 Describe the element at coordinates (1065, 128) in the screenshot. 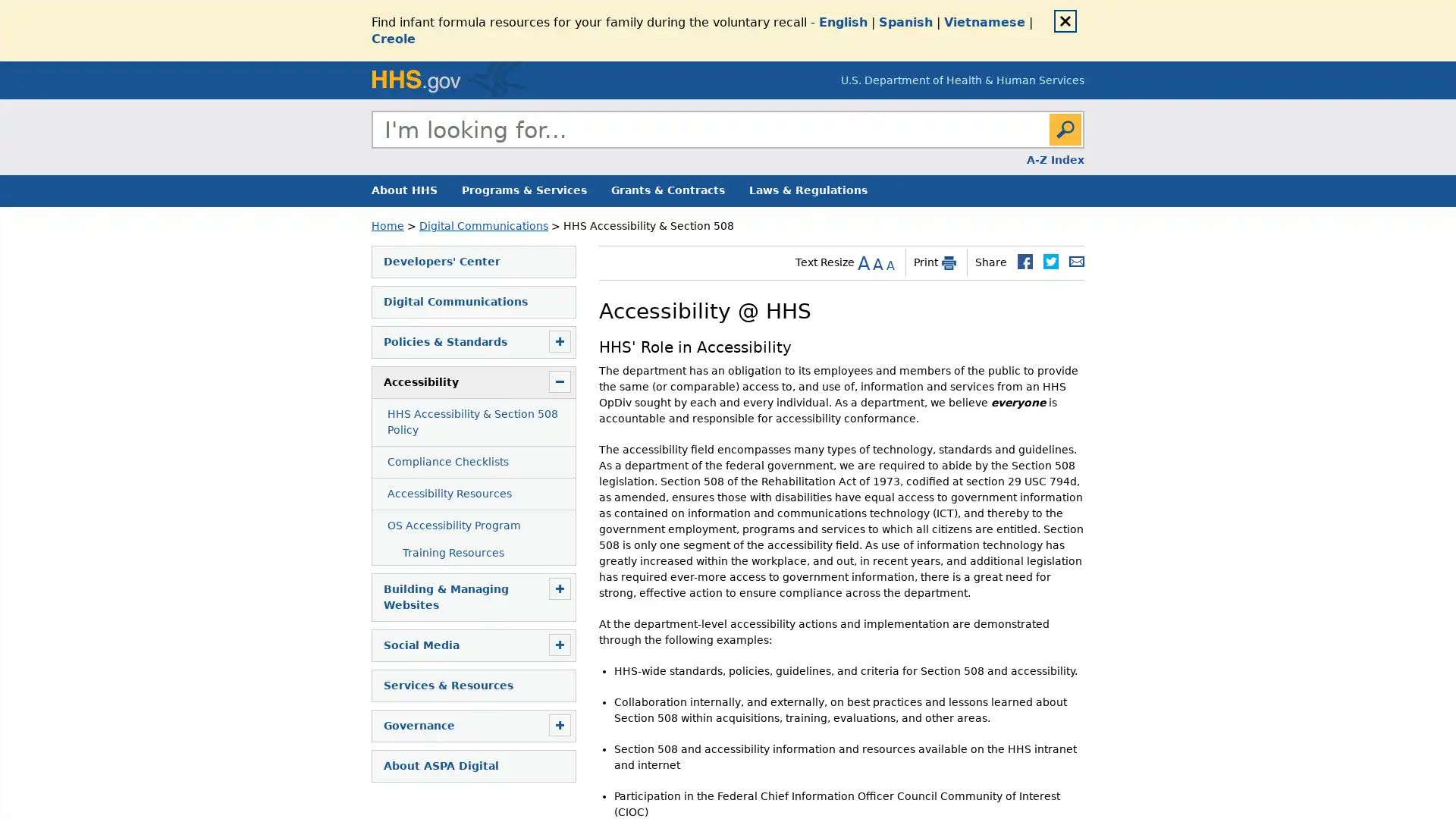

I see `Search` at that location.